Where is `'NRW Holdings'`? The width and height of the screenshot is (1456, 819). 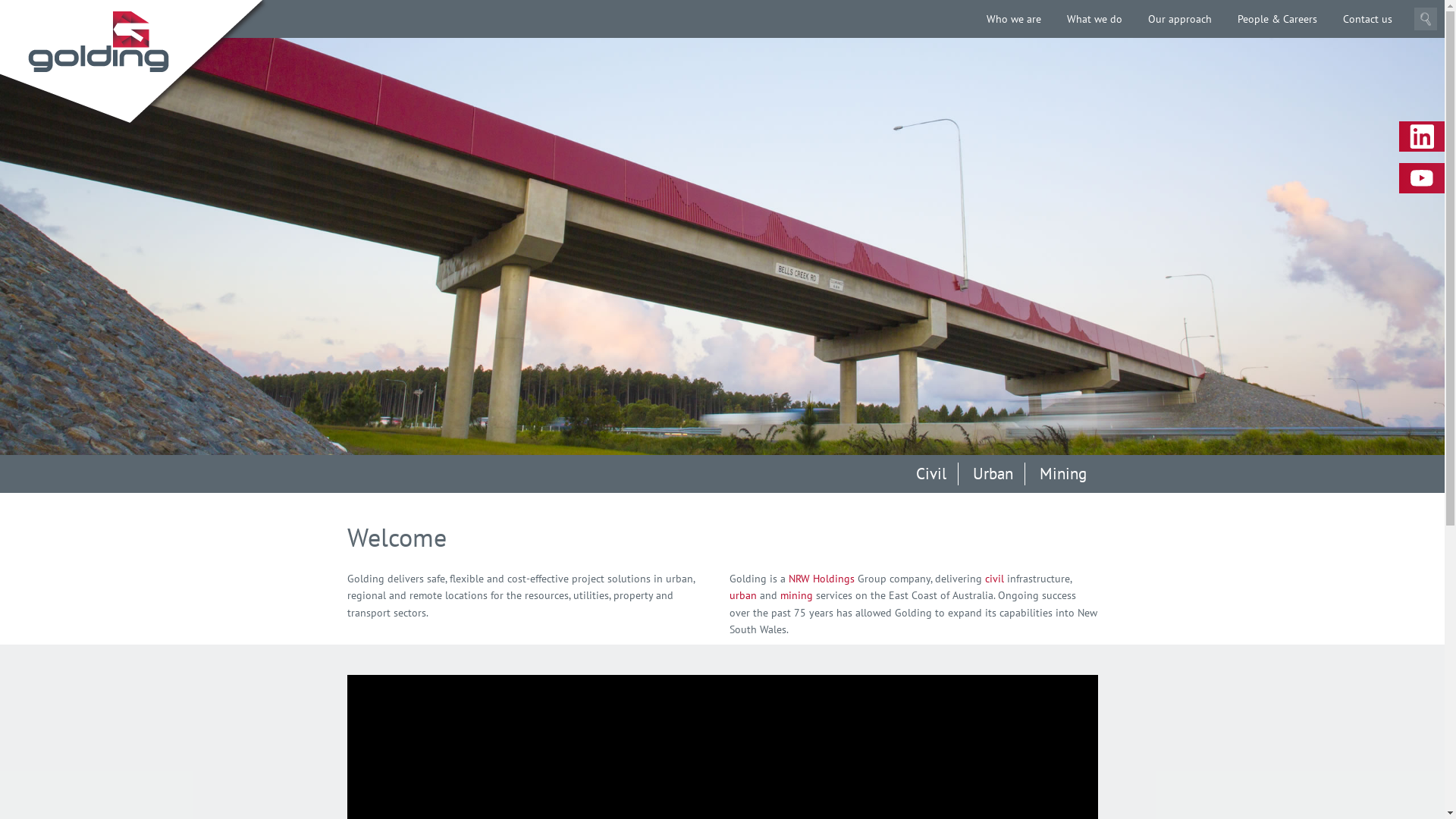 'NRW Holdings' is located at coordinates (789, 579).